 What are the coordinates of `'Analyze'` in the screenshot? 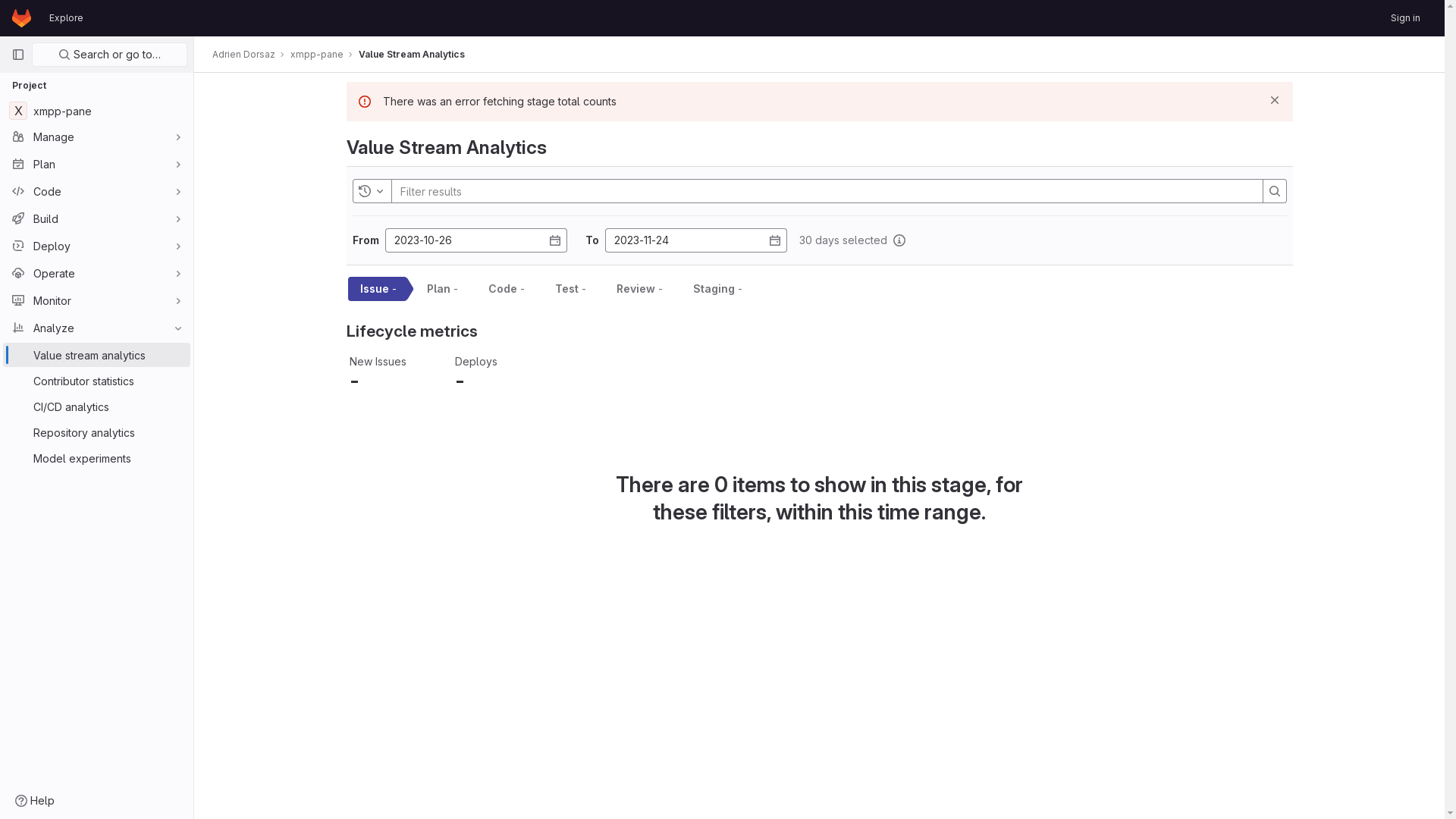 It's located at (96, 327).